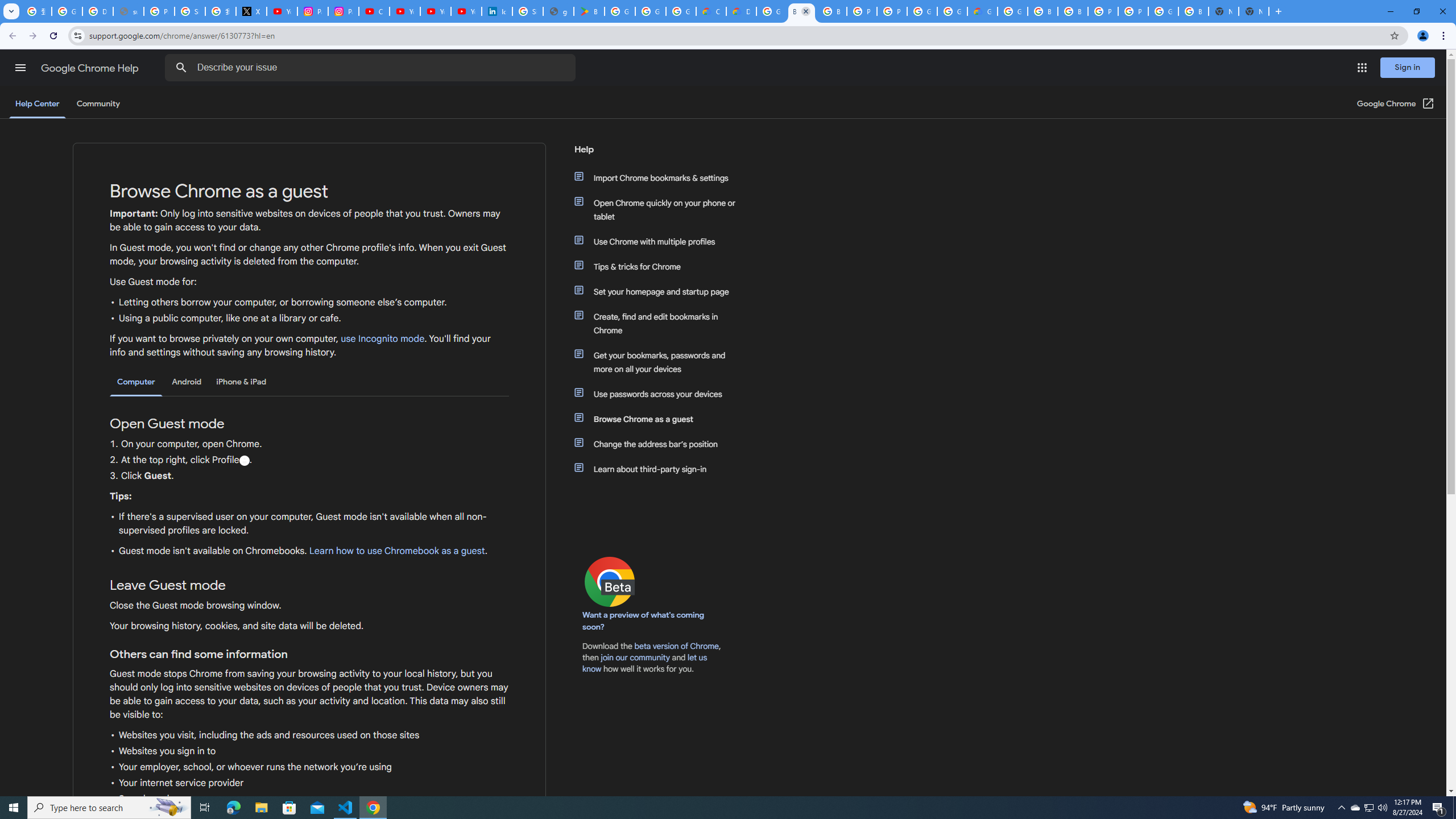 The image size is (1456, 819). I want to click on 'Tips & tricks for Chrome', so click(661, 266).